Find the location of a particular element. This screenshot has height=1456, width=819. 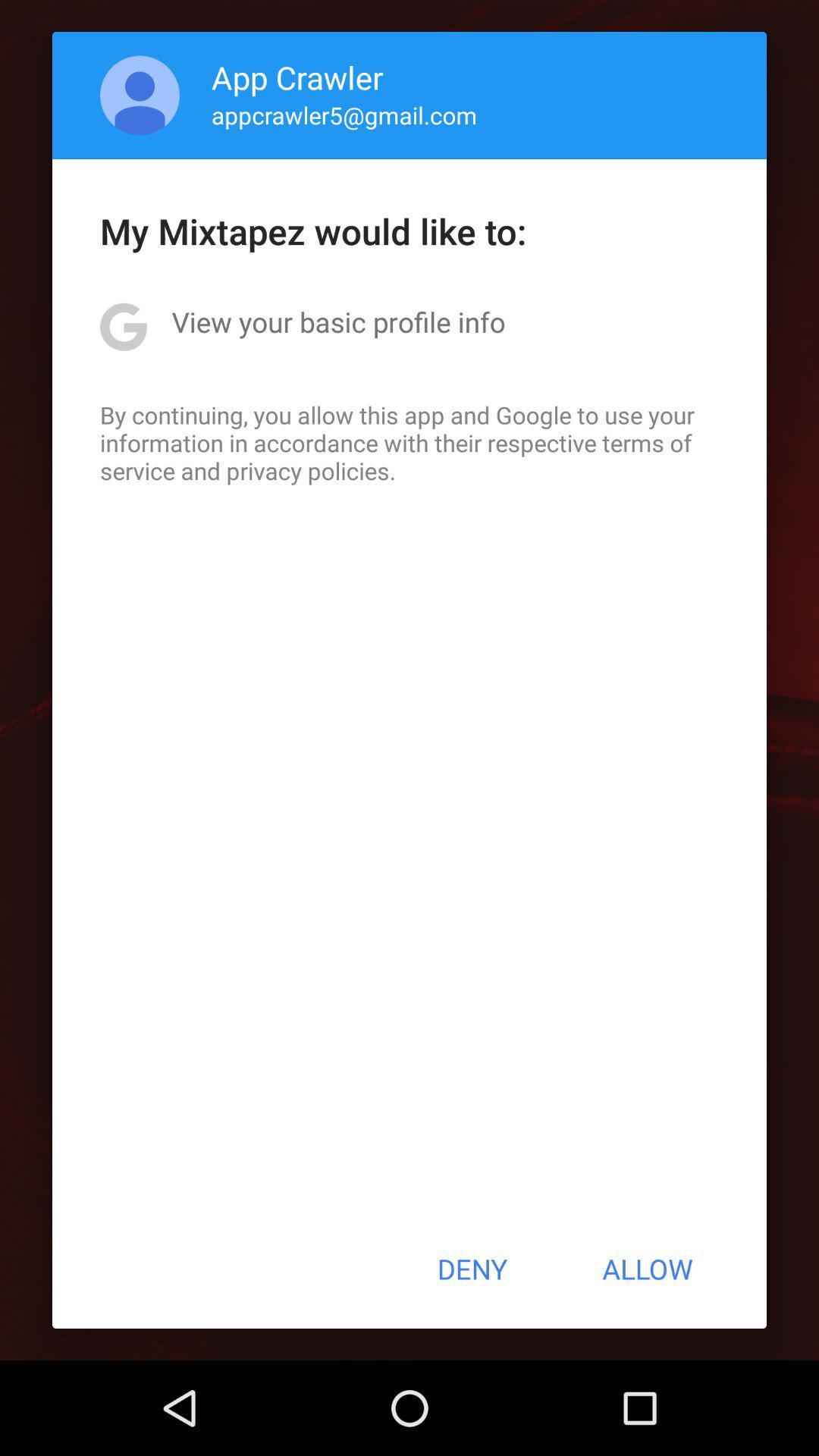

deny item is located at coordinates (471, 1269).